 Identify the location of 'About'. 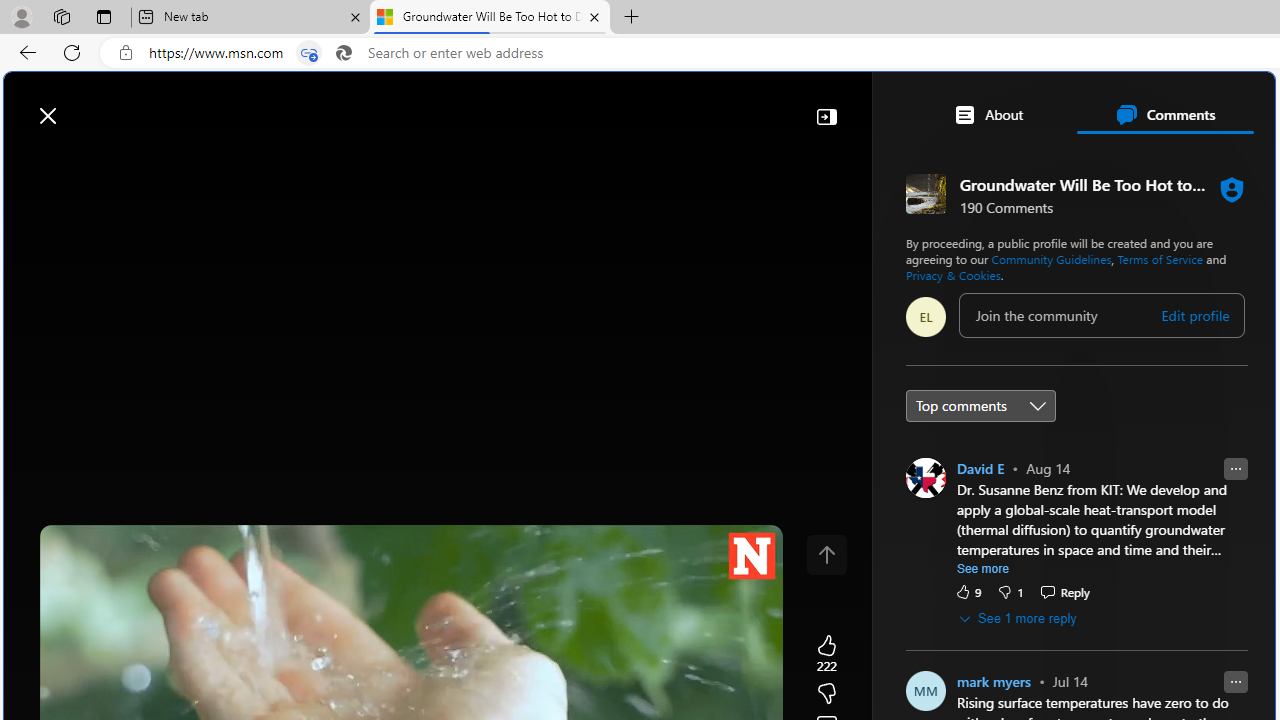
(987, 114).